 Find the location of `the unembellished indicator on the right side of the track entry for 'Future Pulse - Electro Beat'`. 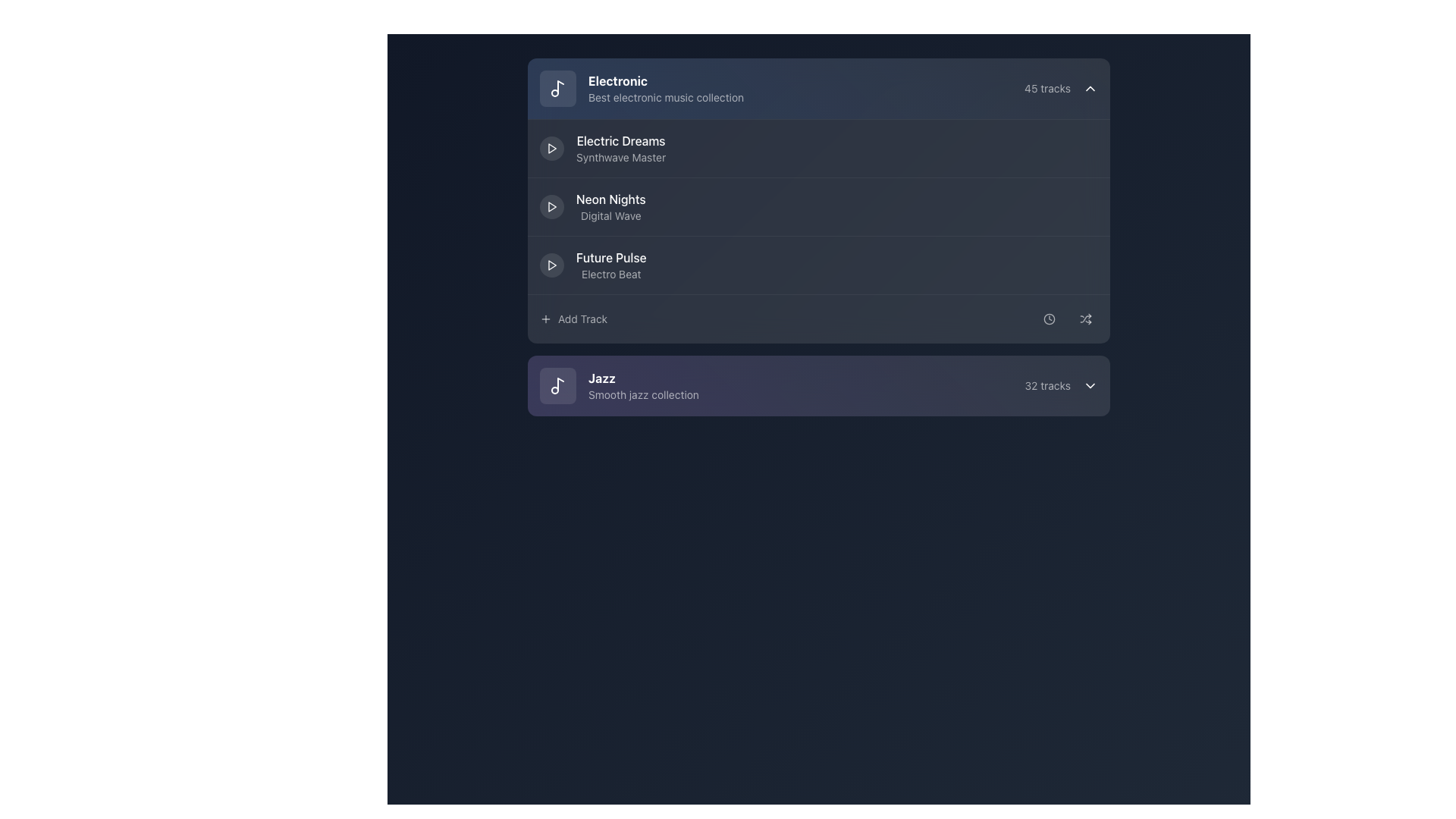

the unembellished indicator on the right side of the track entry for 'Future Pulse - Electro Beat' is located at coordinates (1050, 265).